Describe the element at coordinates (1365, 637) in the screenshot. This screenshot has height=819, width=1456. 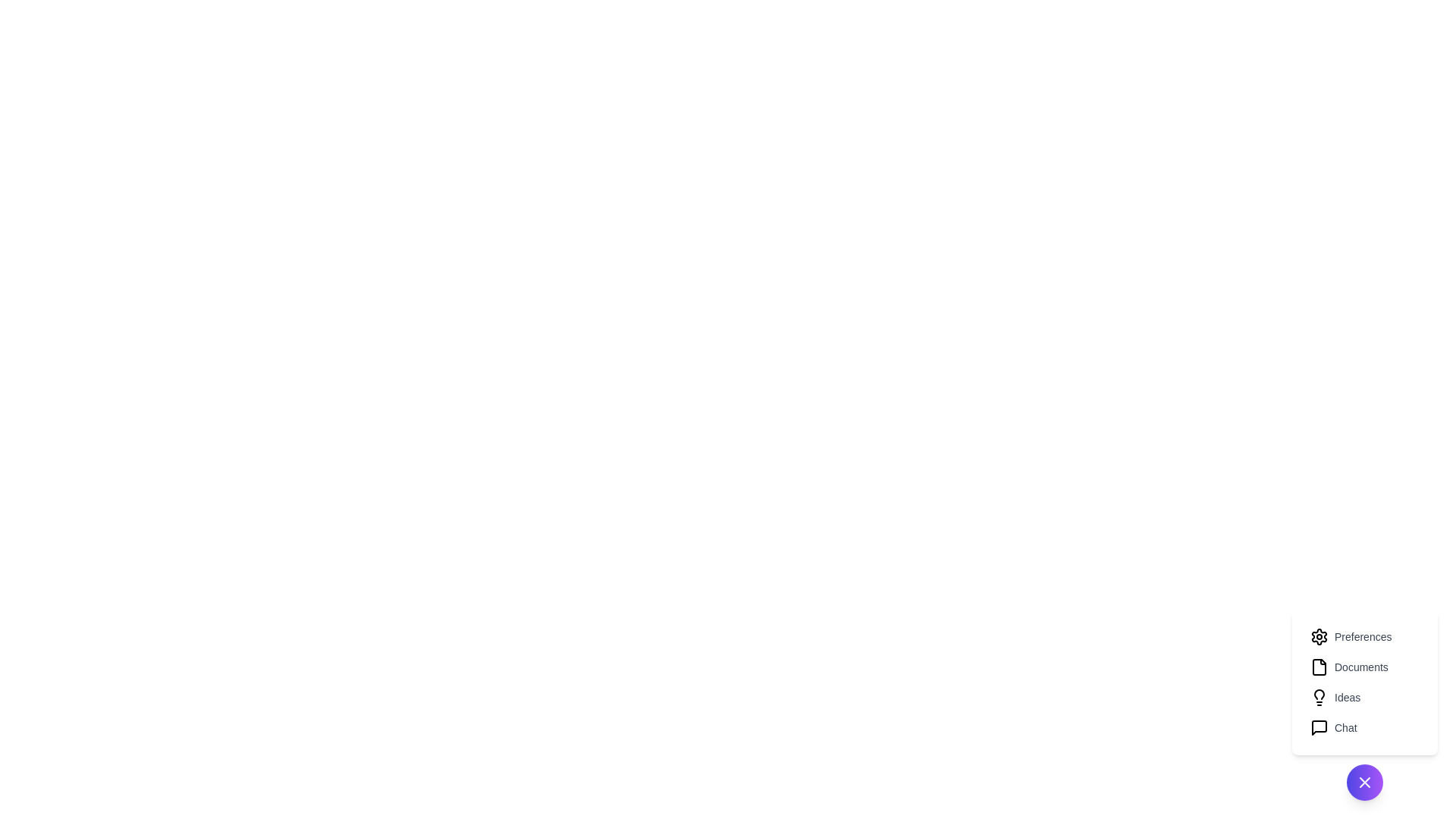
I see `the menu item labeled Preferences to observe its hover effect` at that location.